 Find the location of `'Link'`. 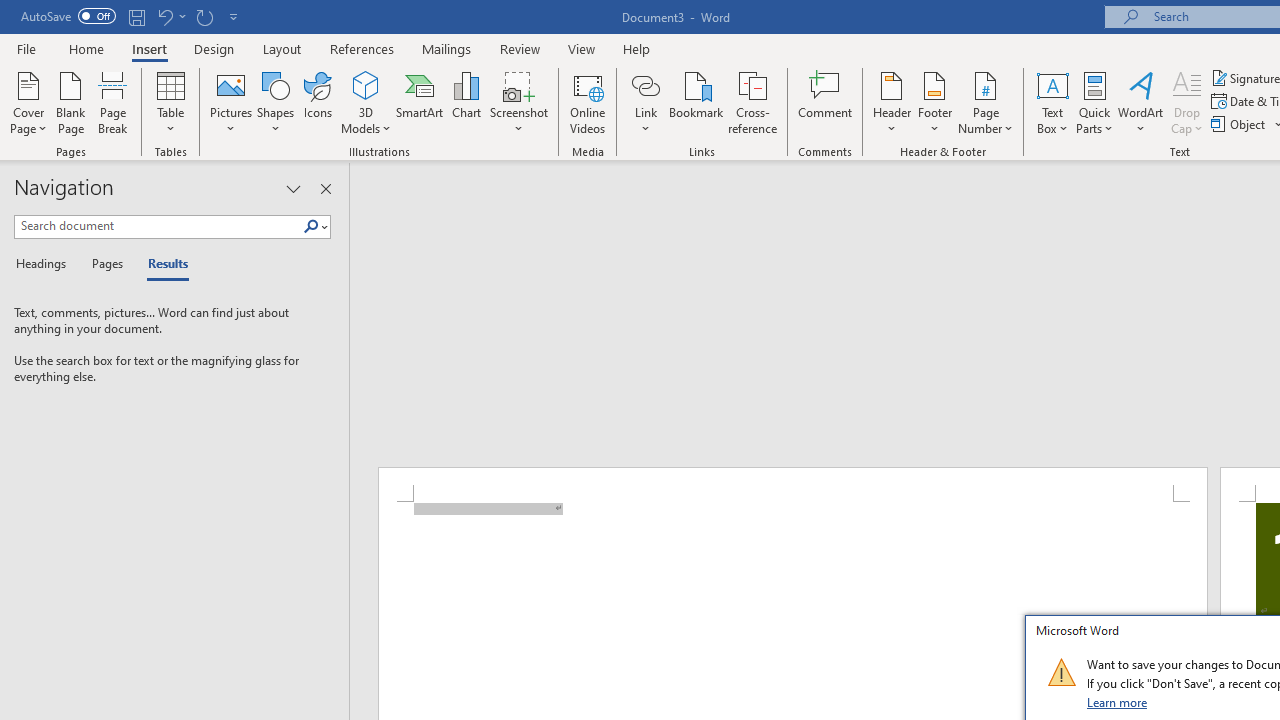

'Link' is located at coordinates (645, 84).